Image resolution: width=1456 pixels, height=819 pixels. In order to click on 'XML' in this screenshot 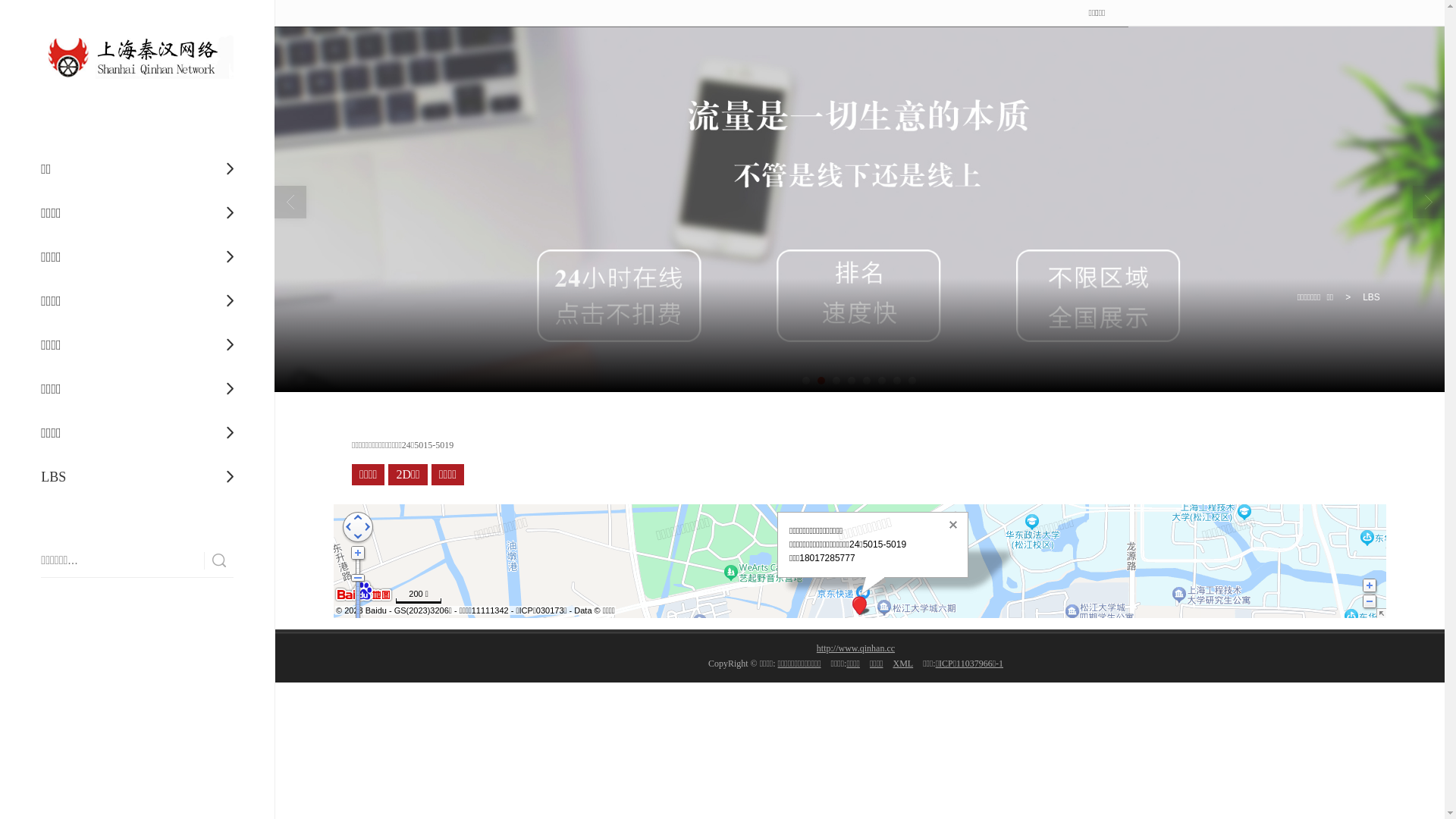, I will do `click(902, 663)`.